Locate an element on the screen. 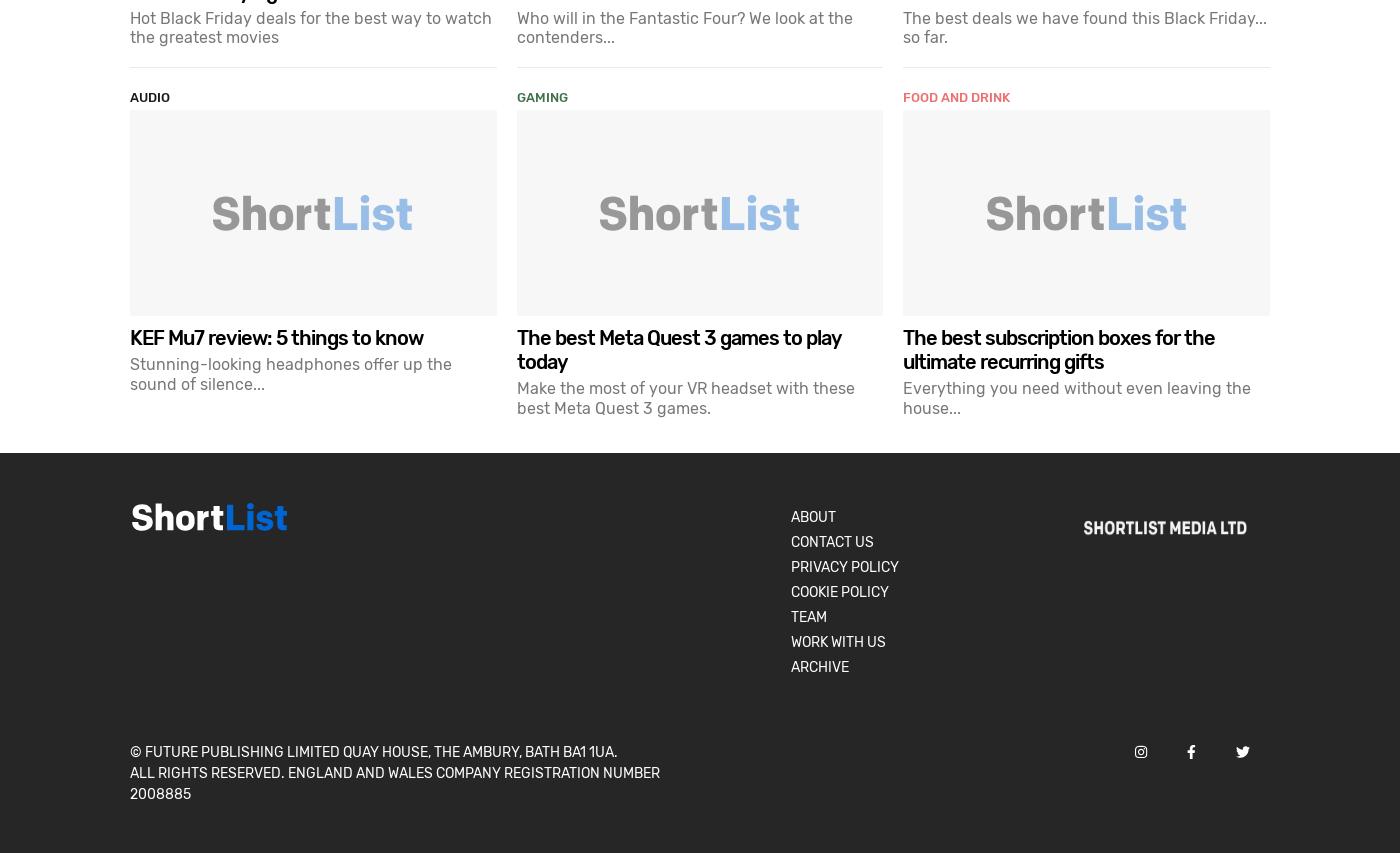 Image resolution: width=1400 pixels, height=853 pixels. 'All rights reserved. England and Wales company registration number 2008885' is located at coordinates (394, 782).